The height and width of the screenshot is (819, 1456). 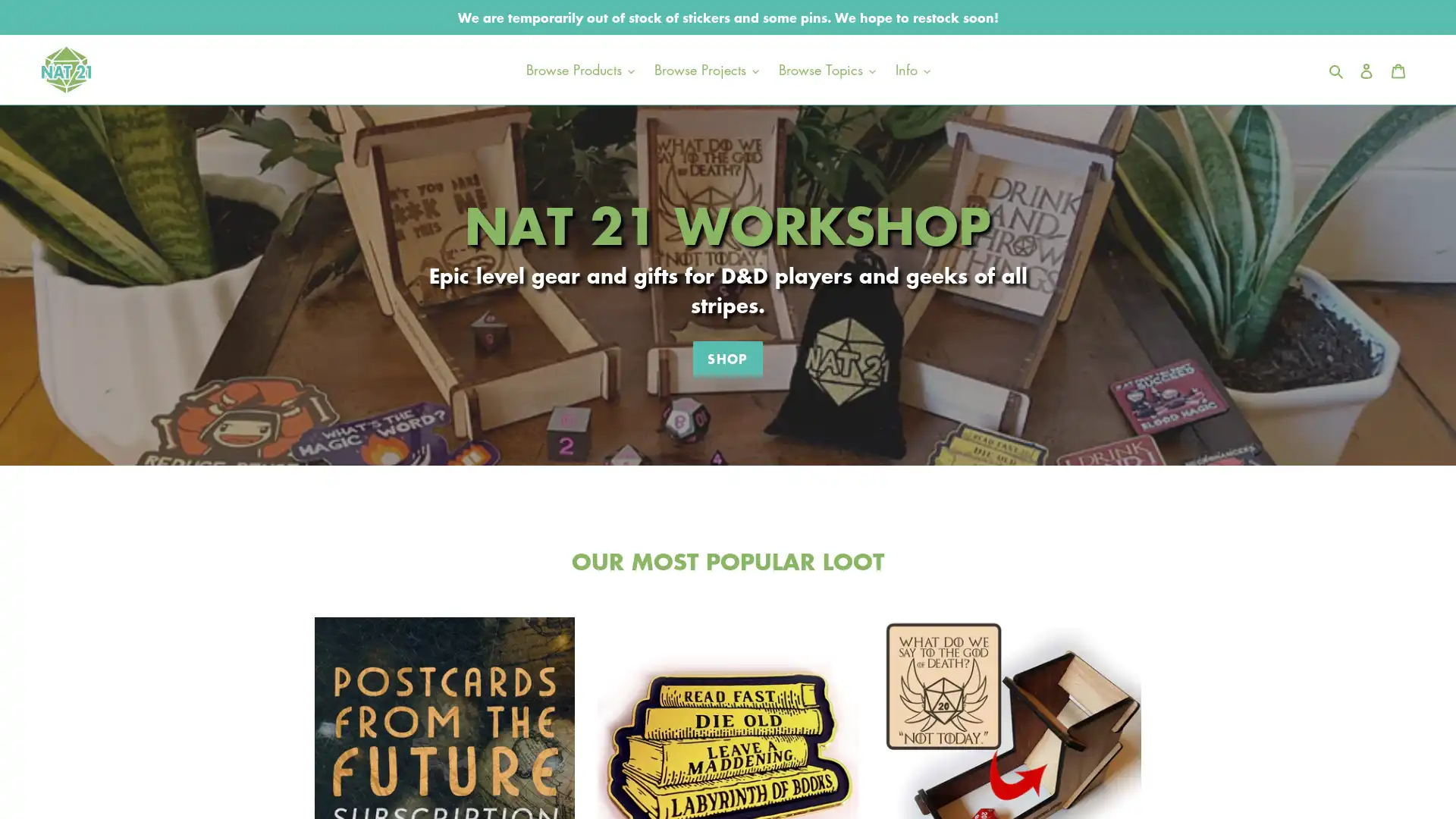 What do you see at coordinates (705, 69) in the screenshot?
I see `Browse Projects` at bounding box center [705, 69].